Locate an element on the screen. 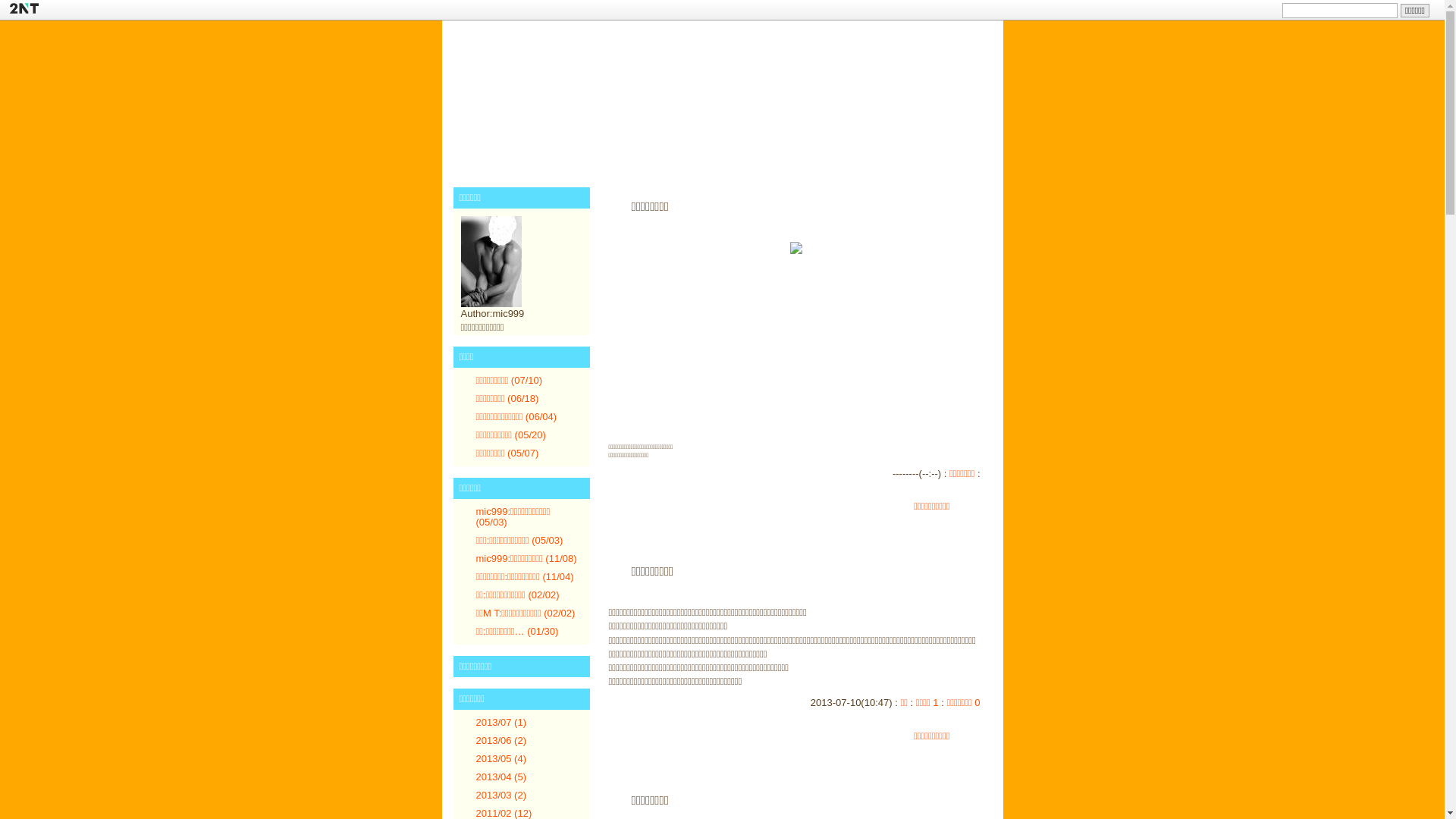 This screenshot has width=1456, height=819. '2013/05 (4)' is located at coordinates (501, 758).